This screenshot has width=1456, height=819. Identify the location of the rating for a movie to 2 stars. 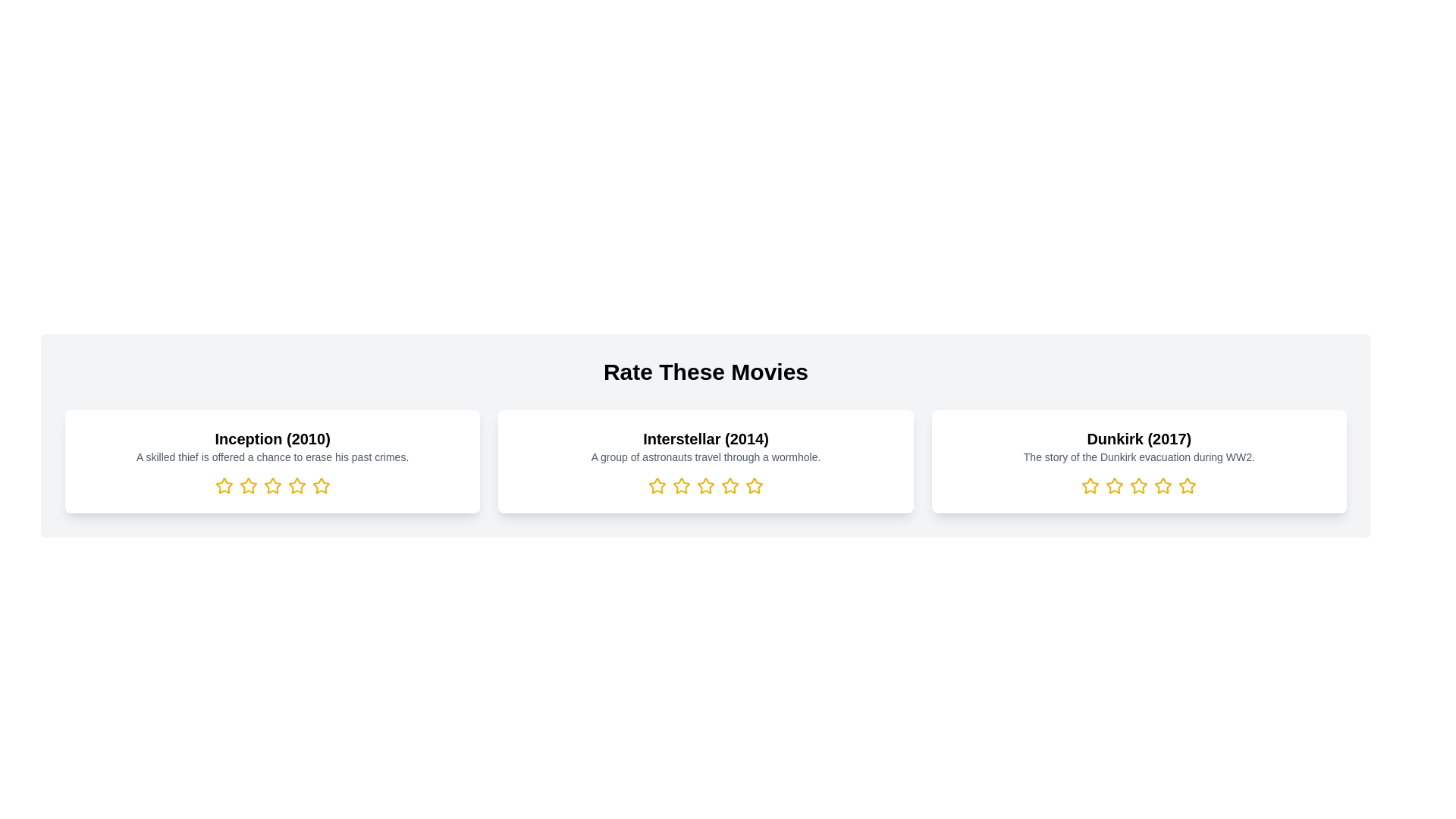
(248, 485).